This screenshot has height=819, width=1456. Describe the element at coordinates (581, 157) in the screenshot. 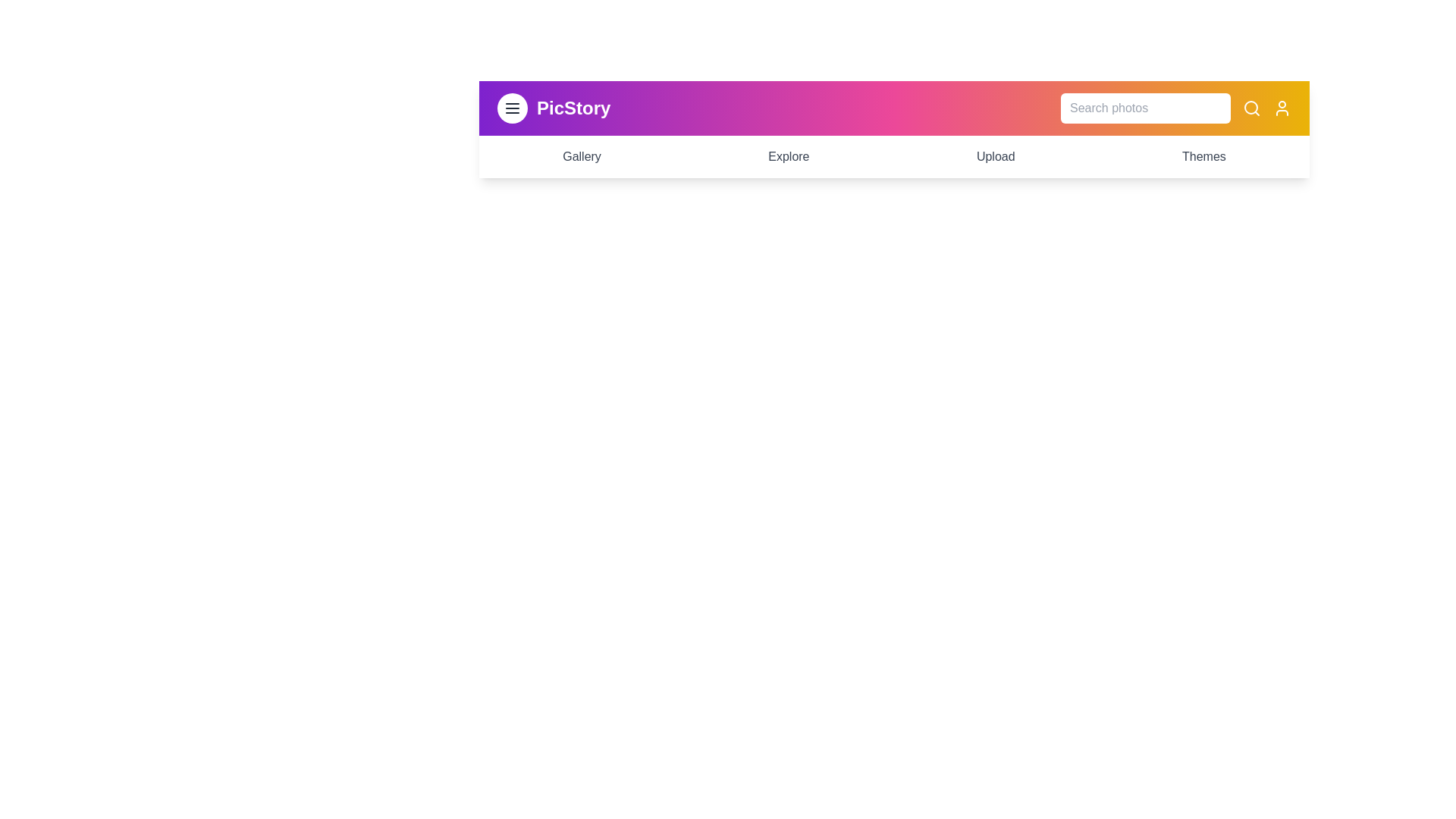

I see `the 'Gallery' menu item to navigate to the 'Gallery' section` at that location.